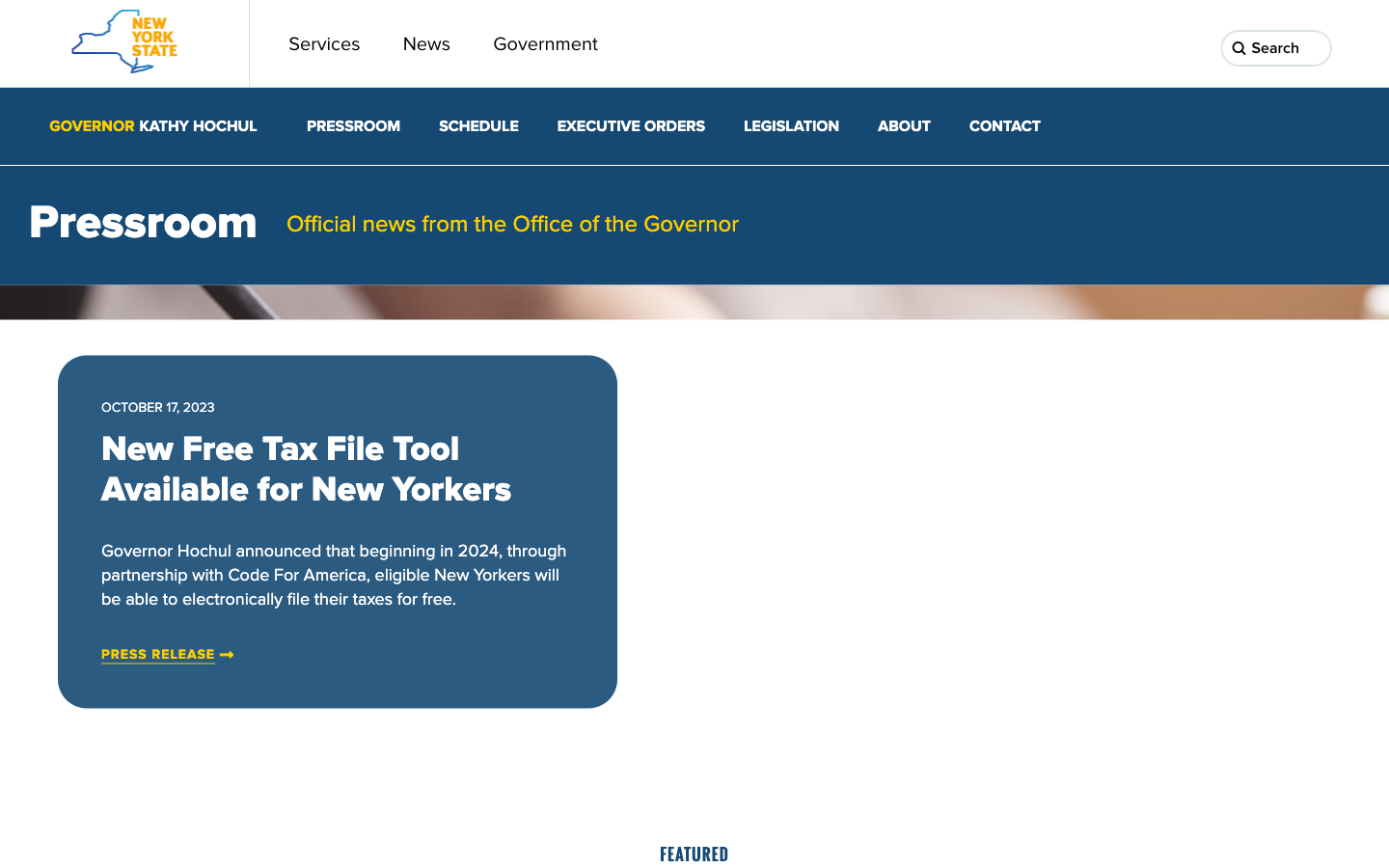  I want to click on the homepage of Governor Kathy Hochul, so click(151, 126).